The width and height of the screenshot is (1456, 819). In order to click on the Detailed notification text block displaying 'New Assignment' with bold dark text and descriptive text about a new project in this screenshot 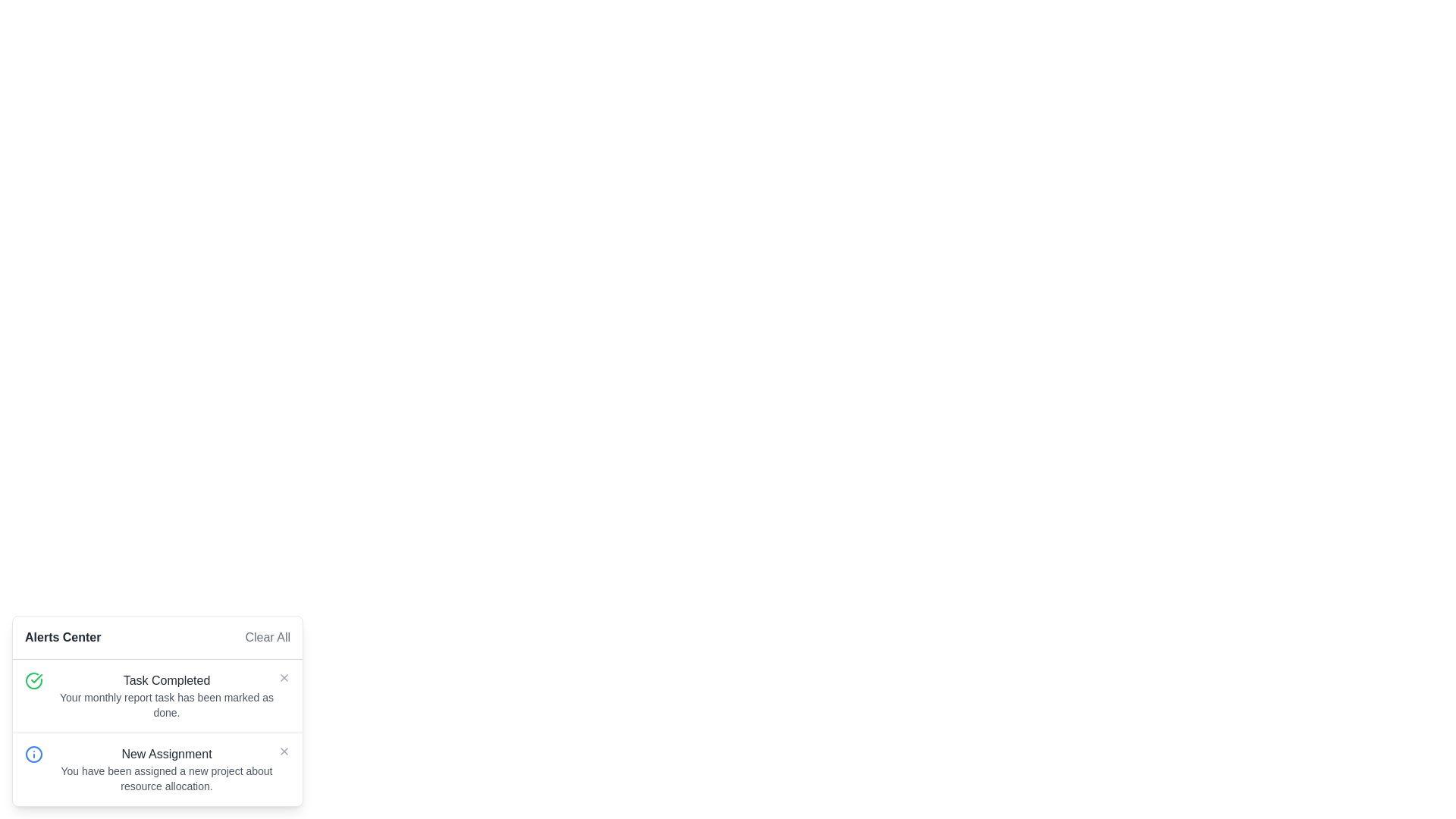, I will do `click(167, 769)`.